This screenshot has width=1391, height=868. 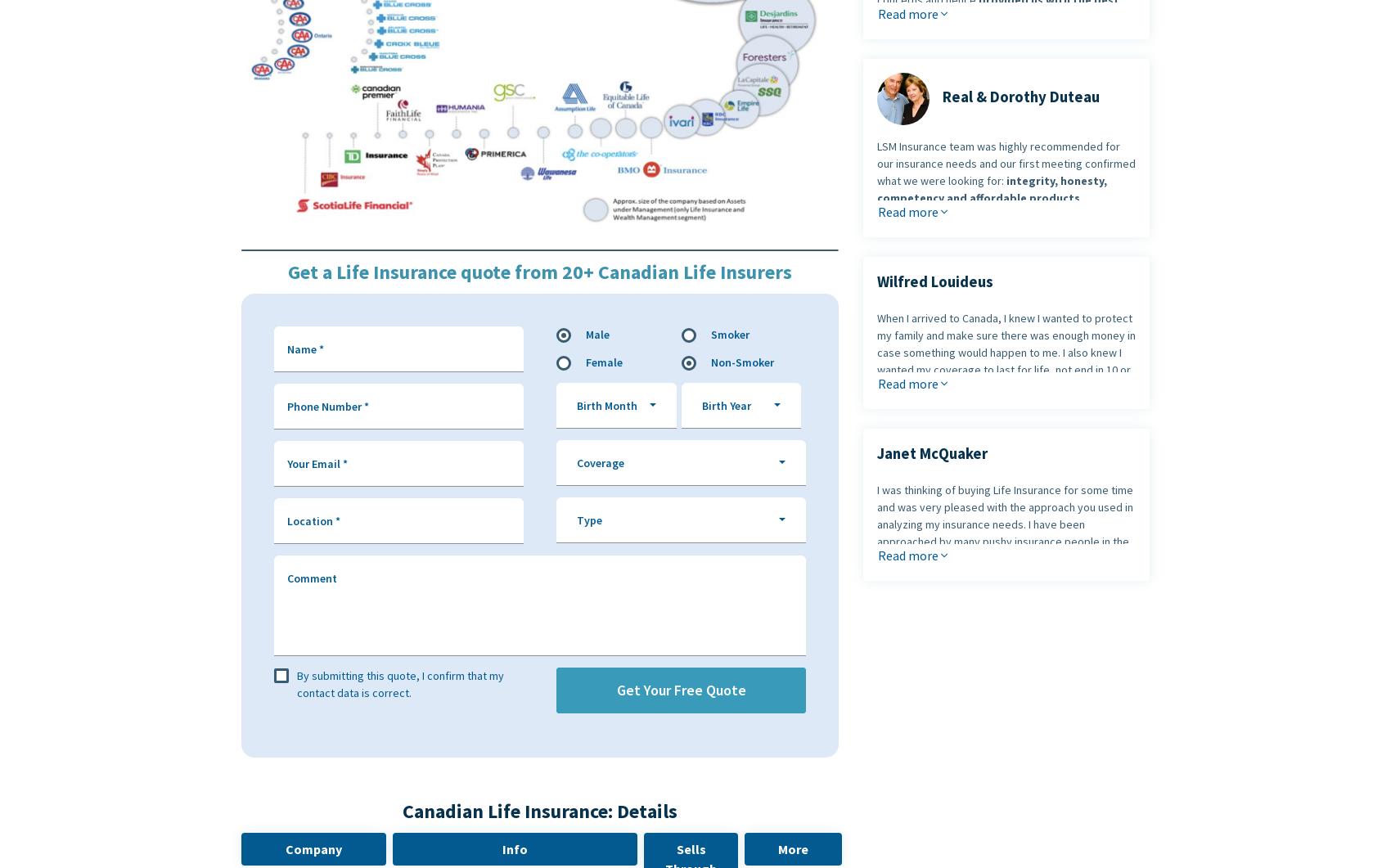 I want to click on 'Location', so click(x=310, y=520).